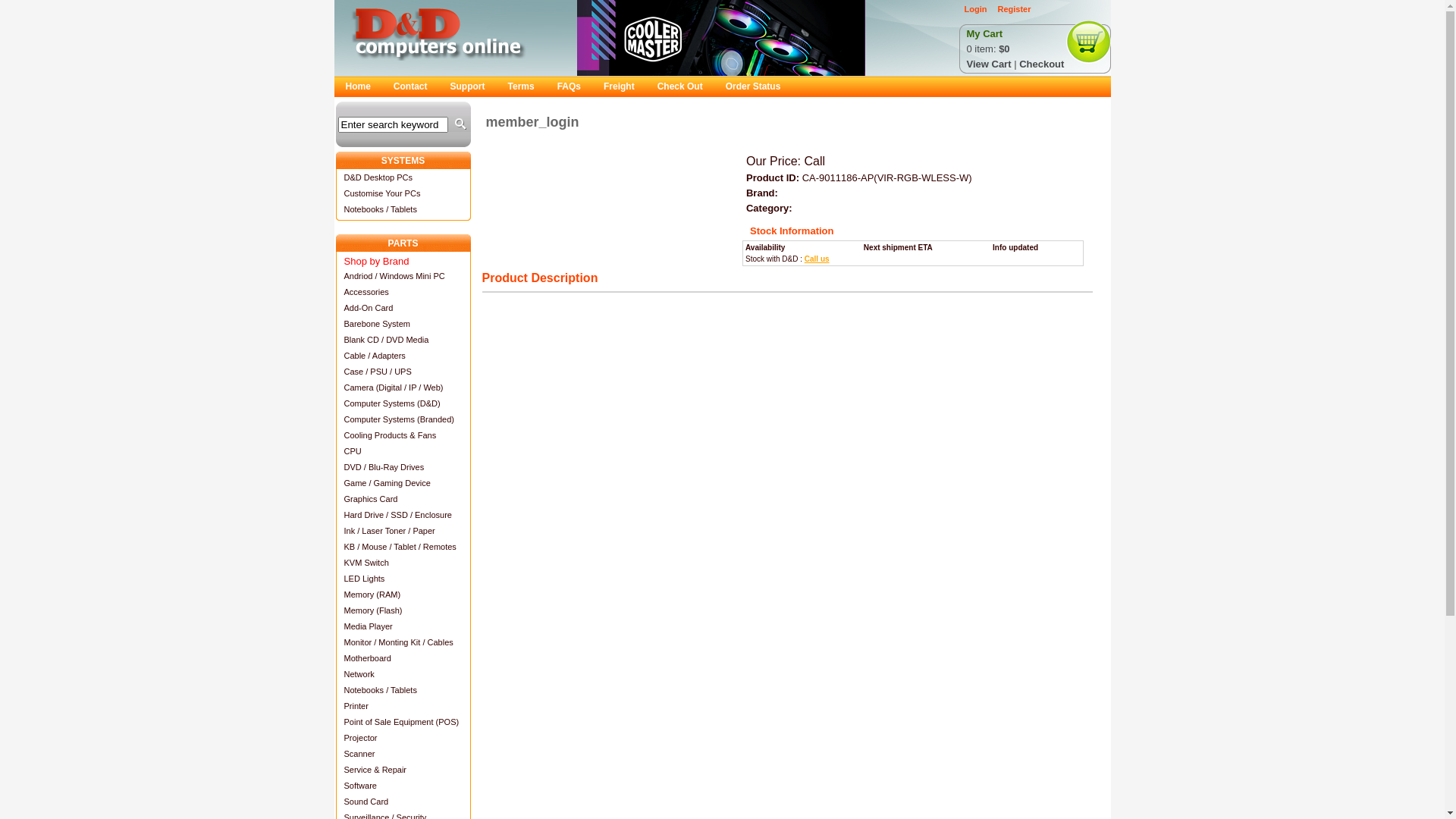 The height and width of the screenshot is (819, 1456). I want to click on 'Andriod / Windows Mini PC', so click(334, 275).